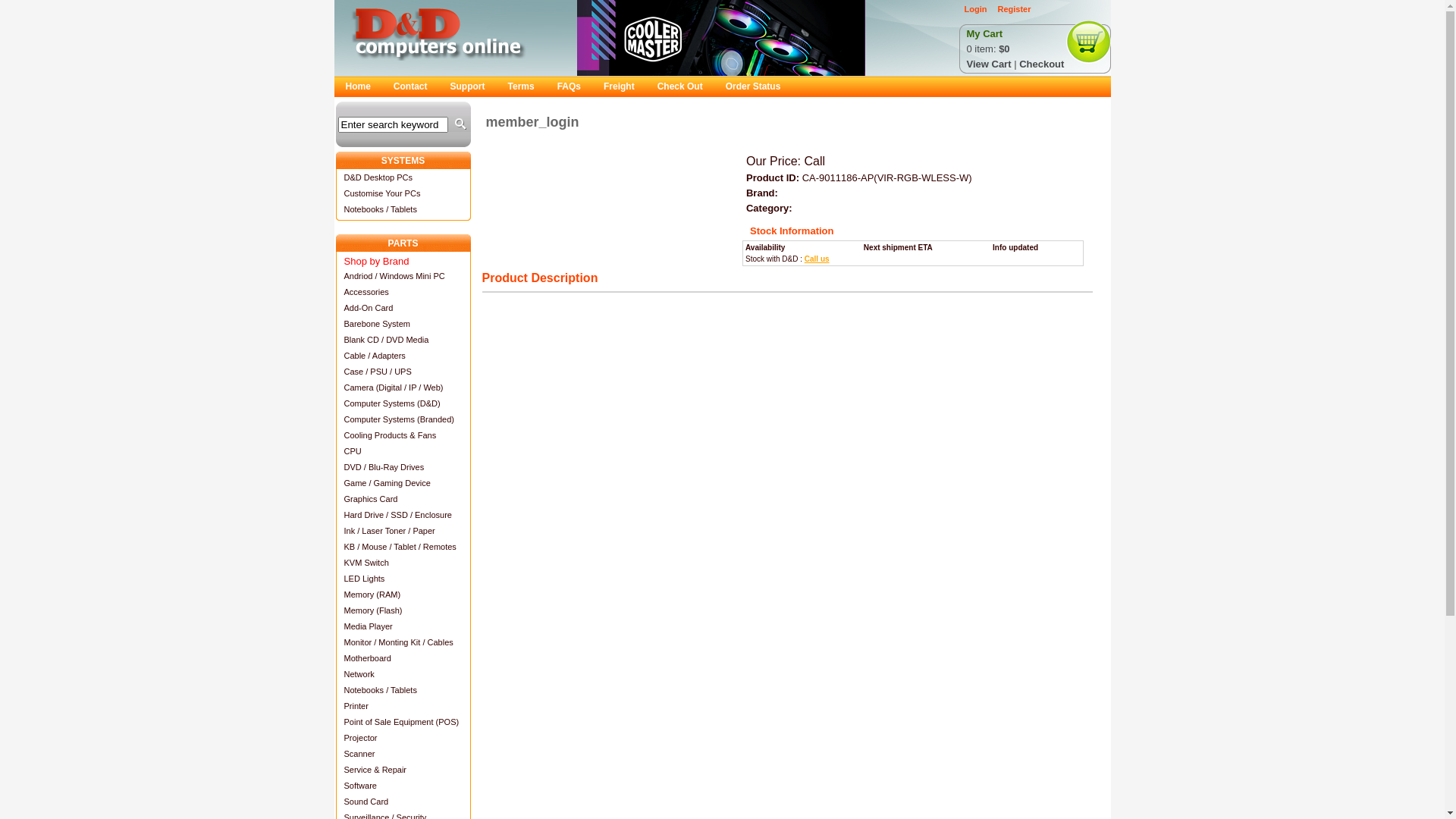 The height and width of the screenshot is (819, 1456). I want to click on 'Andriod / Windows Mini PC', so click(334, 275).